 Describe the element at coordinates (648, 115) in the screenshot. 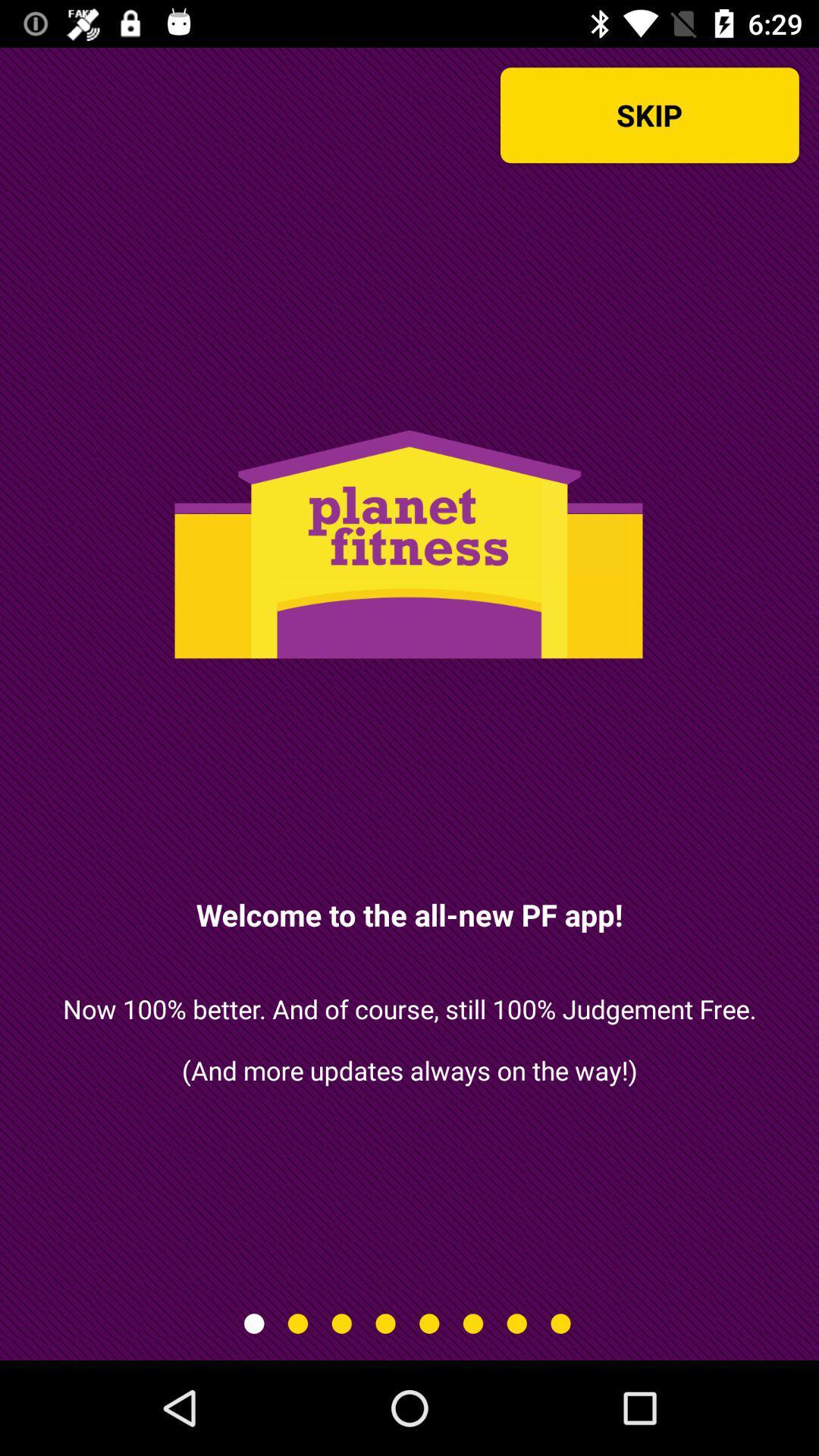

I see `skip icon` at that location.